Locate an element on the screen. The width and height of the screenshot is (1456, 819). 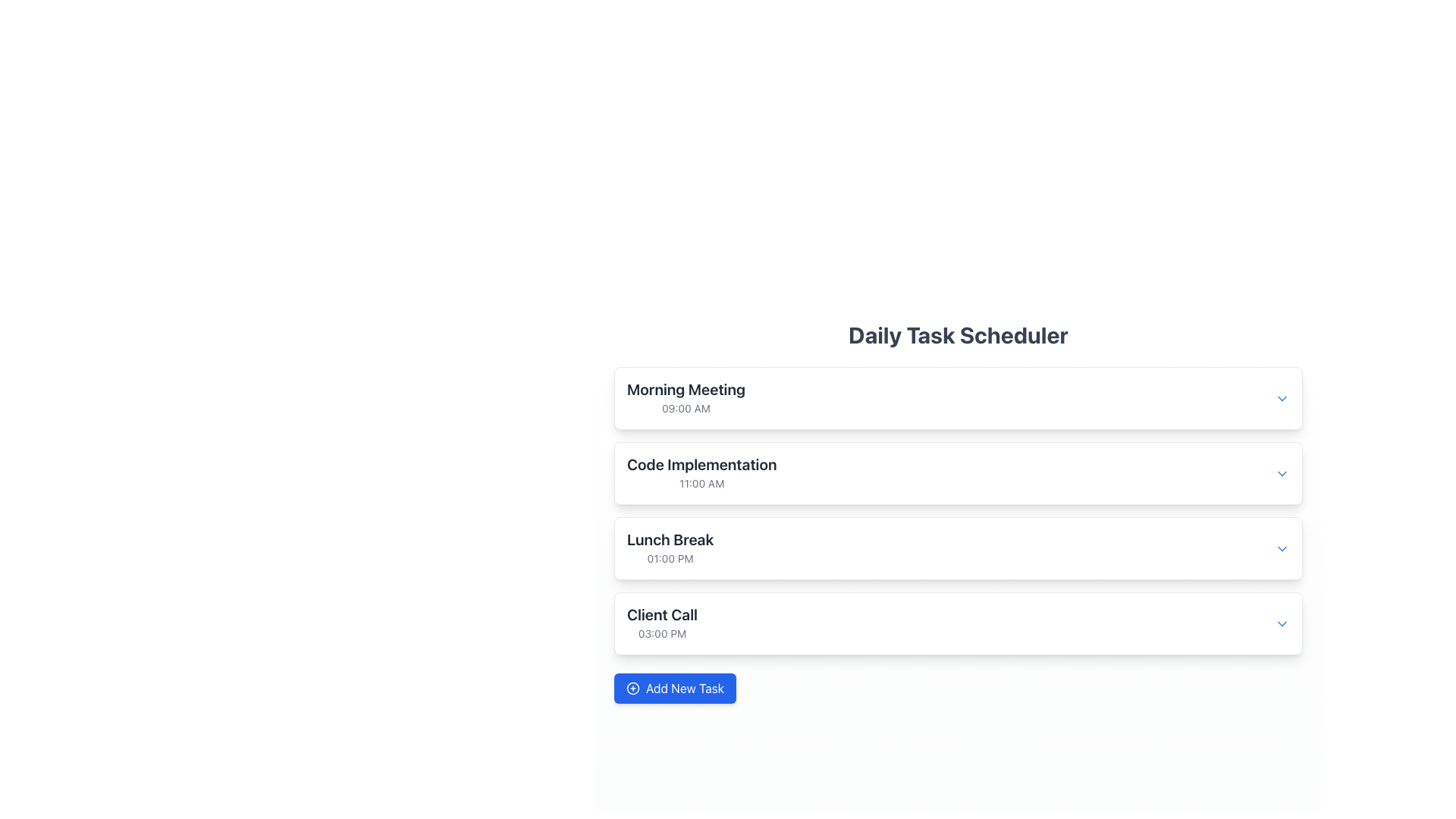
the 'Add Task' button located at the bottom-left section of the task schedule layout is located at coordinates (674, 688).